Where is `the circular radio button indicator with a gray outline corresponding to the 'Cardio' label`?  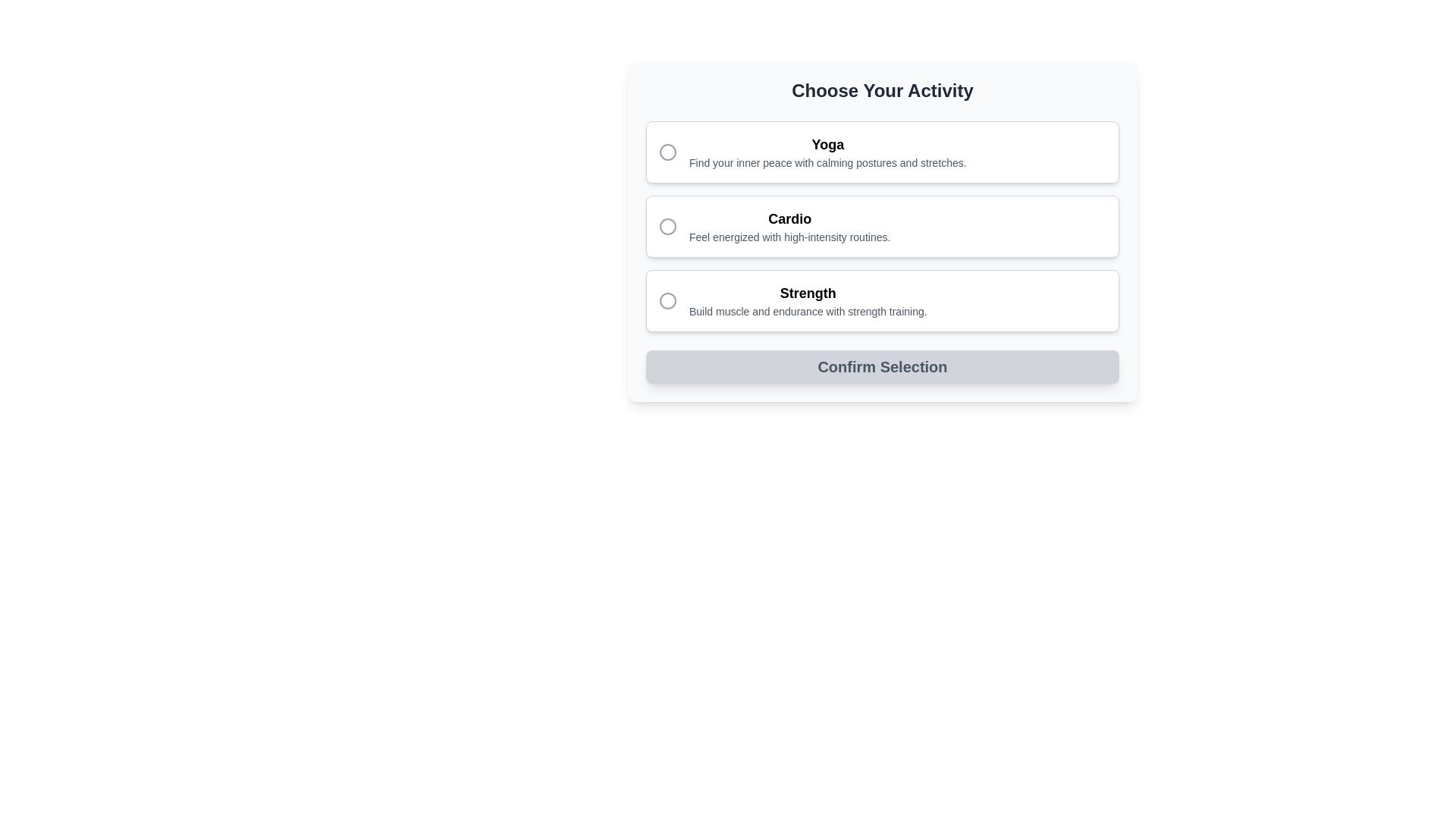
the circular radio button indicator with a gray outline corresponding to the 'Cardio' label is located at coordinates (667, 227).